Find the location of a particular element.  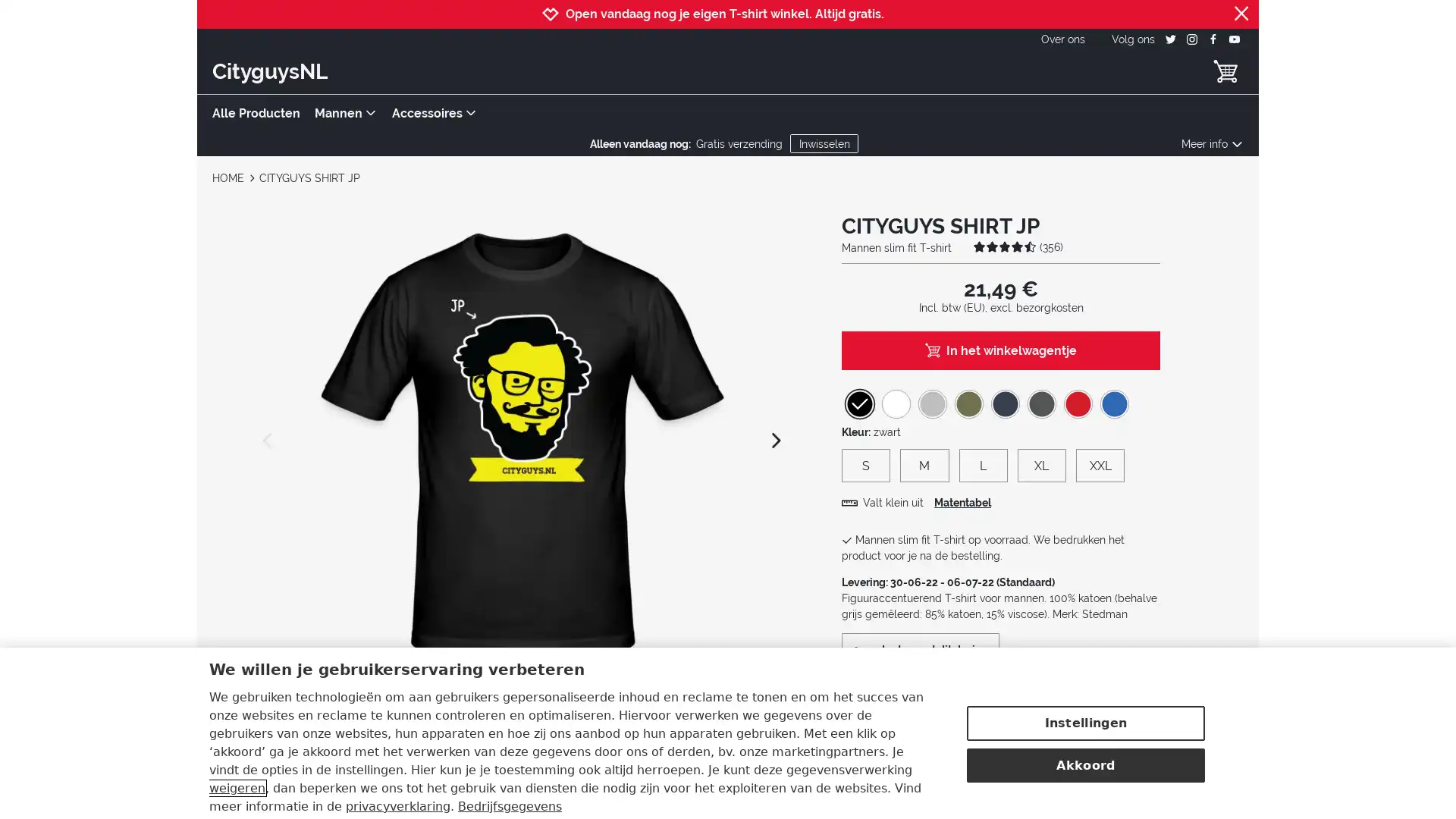

CITYGUYS SHIRT JP view 1 is located at coordinates (389, 721).